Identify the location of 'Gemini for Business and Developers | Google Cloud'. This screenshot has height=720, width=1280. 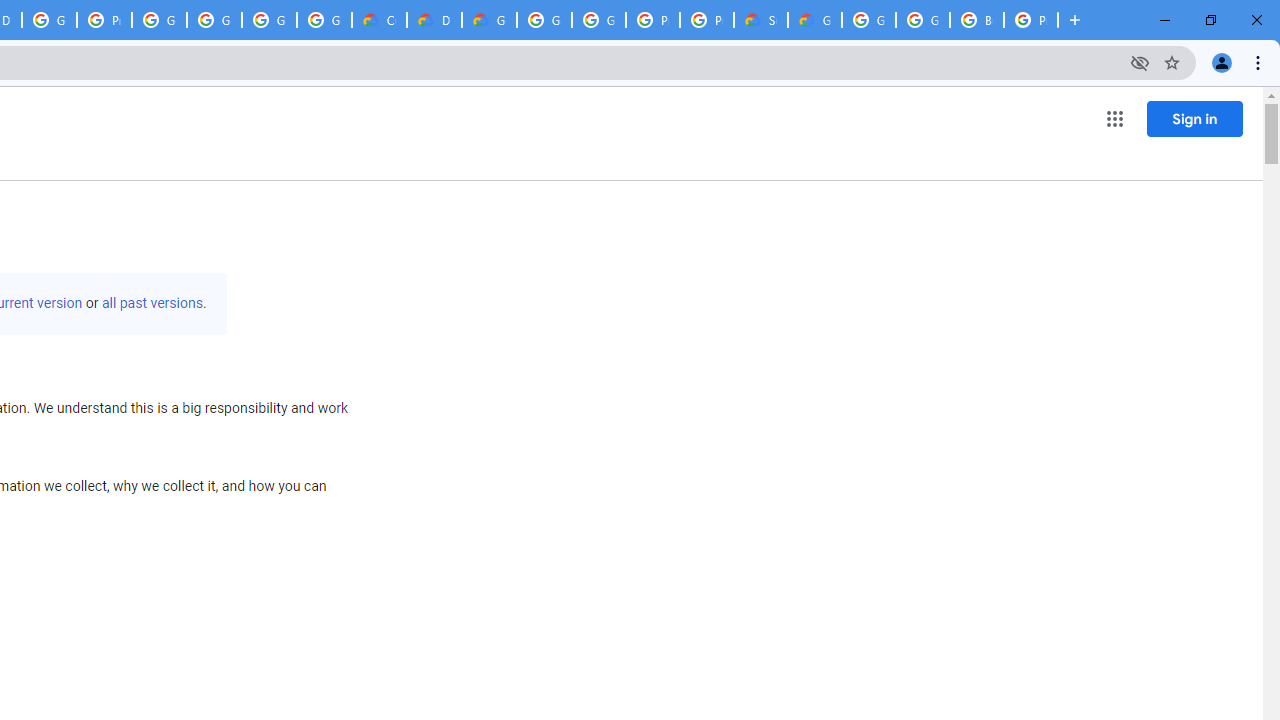
(489, 20).